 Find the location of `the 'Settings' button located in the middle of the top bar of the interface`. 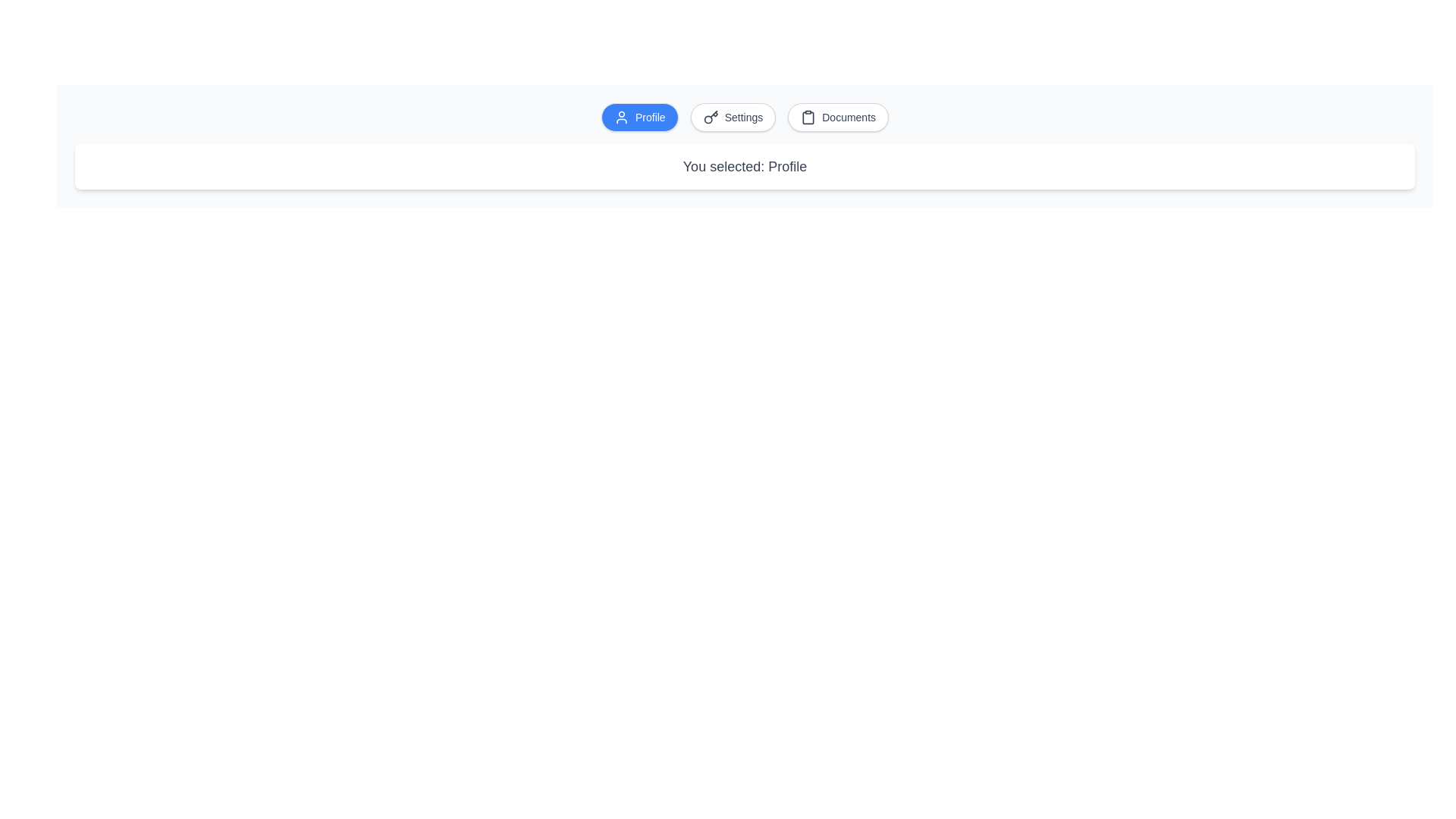

the 'Settings' button located in the middle of the top bar of the interface is located at coordinates (733, 116).